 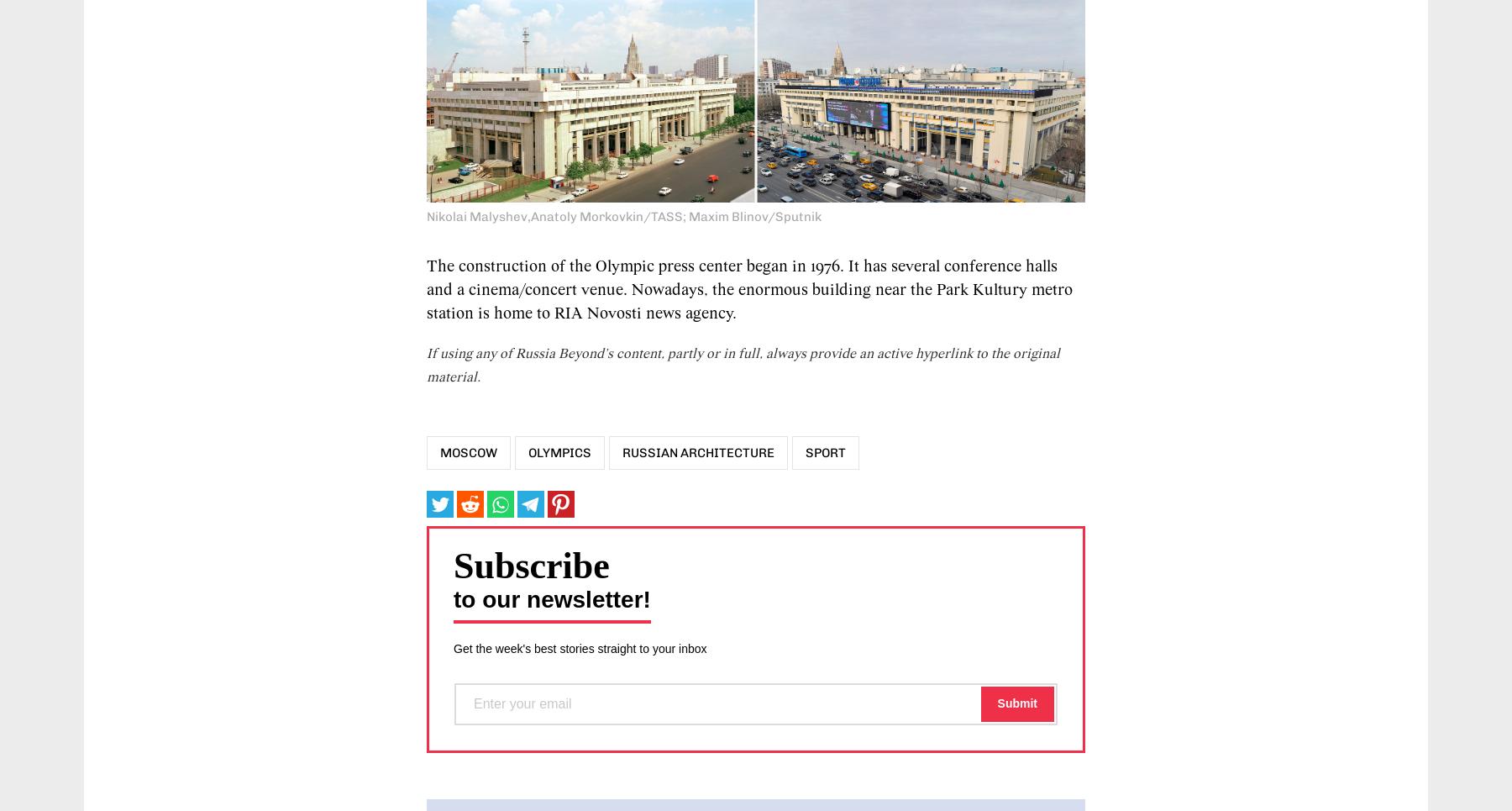 What do you see at coordinates (438, 450) in the screenshot?
I see `'Moscow'` at bounding box center [438, 450].